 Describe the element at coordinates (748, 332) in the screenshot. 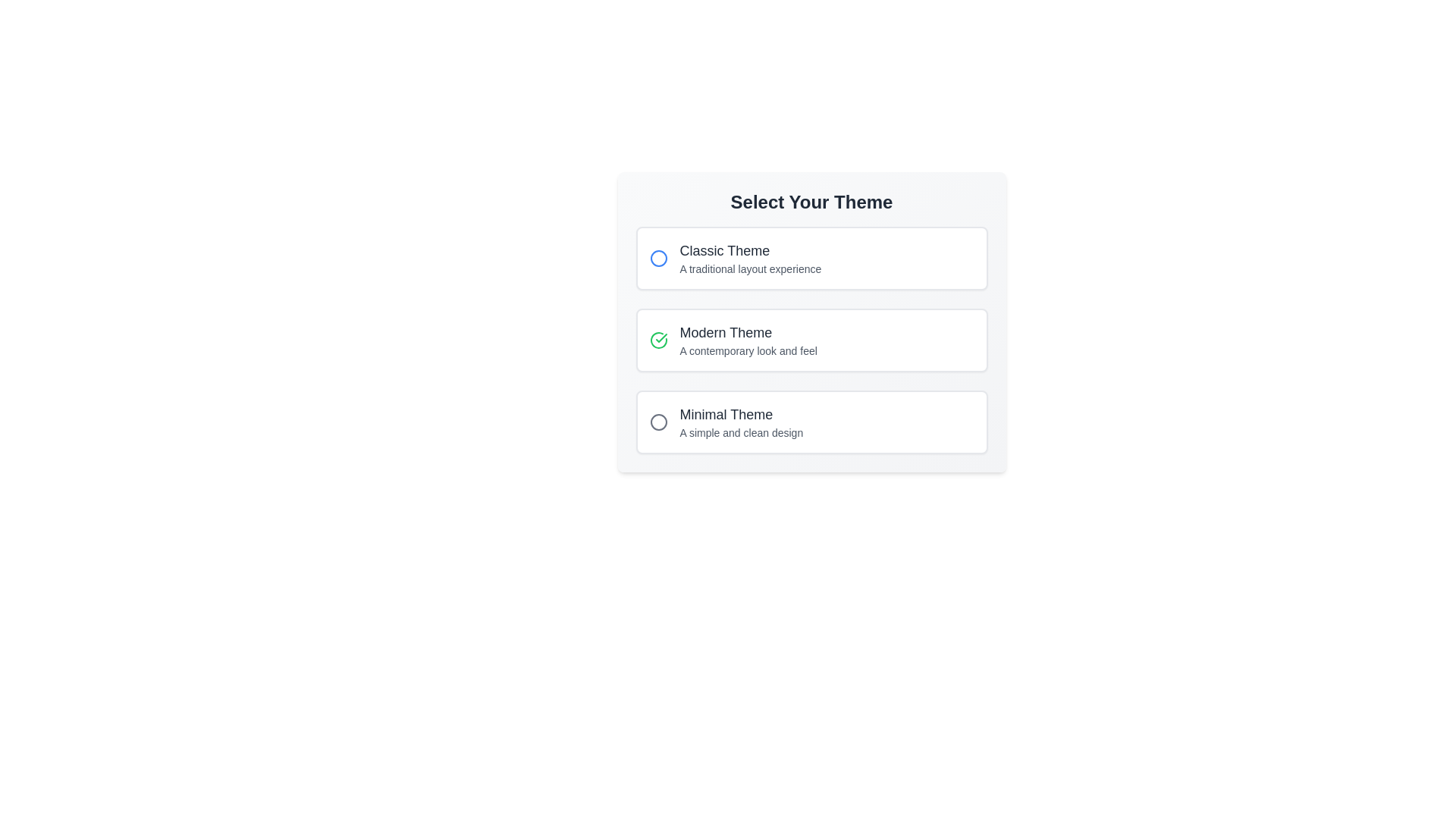

I see `the text label displaying 'Modern Theme', which is styled in a medium-sized, bold font and located within the second option of the theme choices list` at that location.